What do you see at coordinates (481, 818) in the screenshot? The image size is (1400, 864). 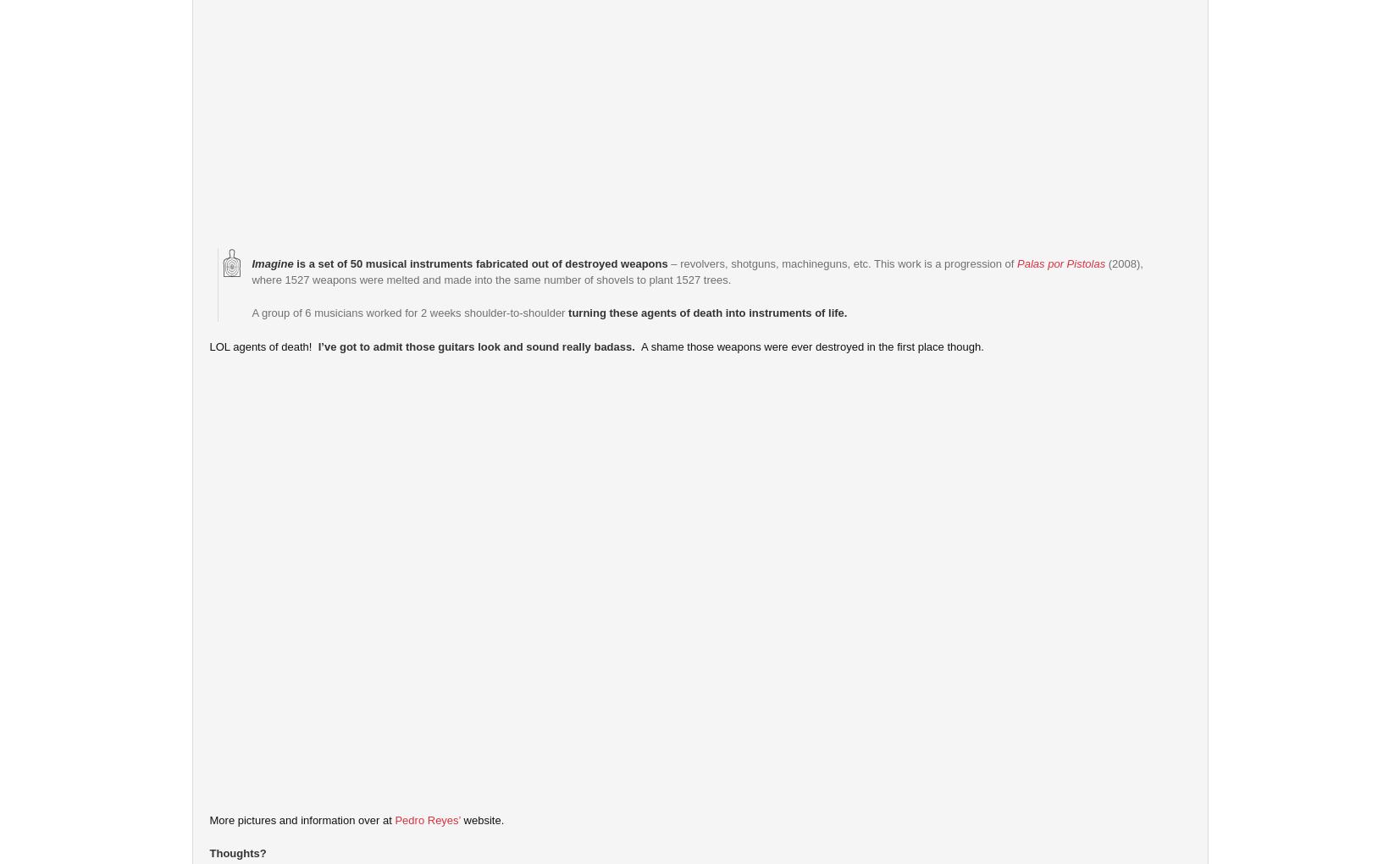 I see `'website.'` at bounding box center [481, 818].